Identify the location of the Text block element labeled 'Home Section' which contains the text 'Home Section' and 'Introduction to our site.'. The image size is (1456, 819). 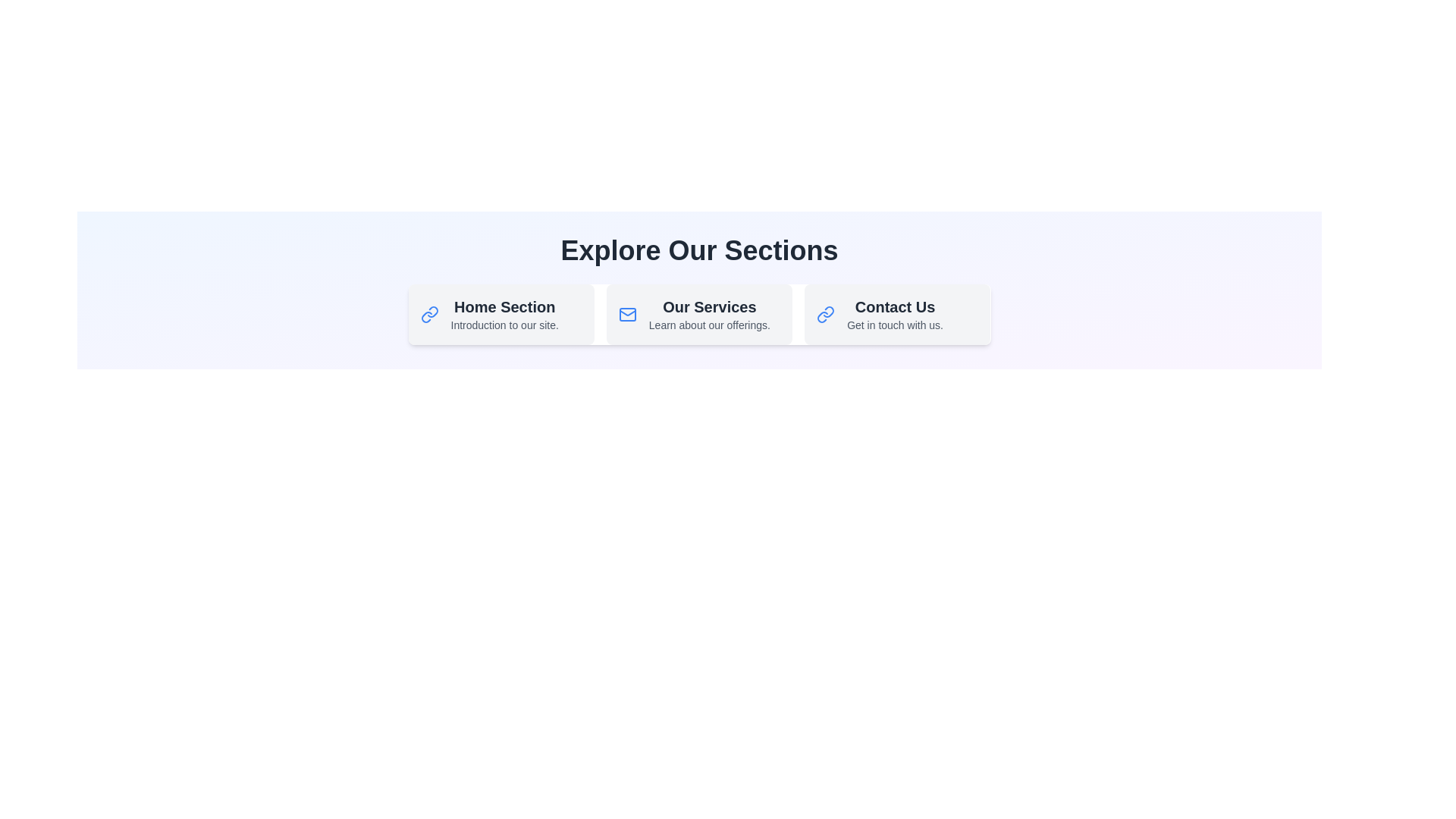
(504, 314).